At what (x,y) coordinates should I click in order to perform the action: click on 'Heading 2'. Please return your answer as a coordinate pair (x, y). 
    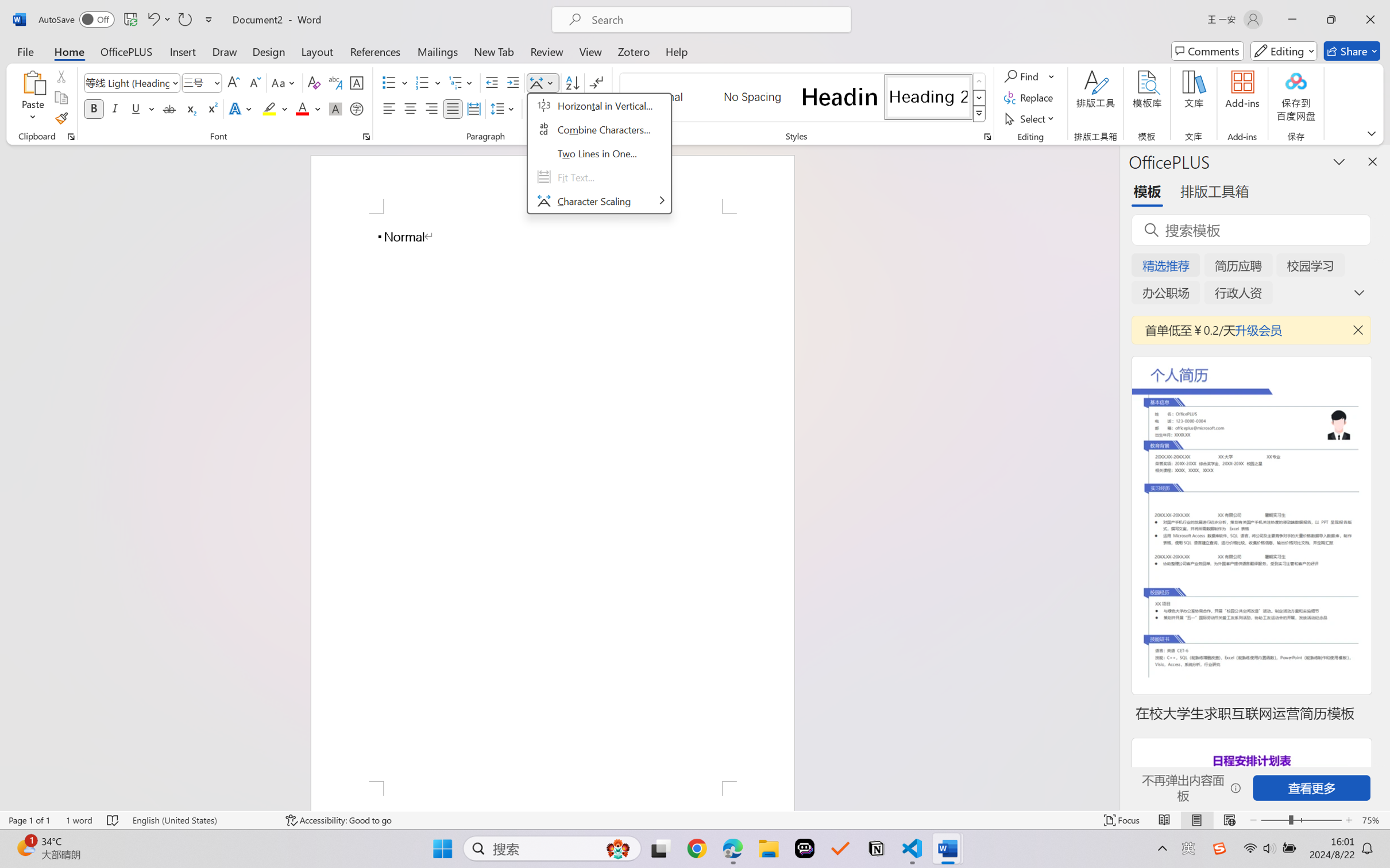
    Looking at the image, I should click on (928, 96).